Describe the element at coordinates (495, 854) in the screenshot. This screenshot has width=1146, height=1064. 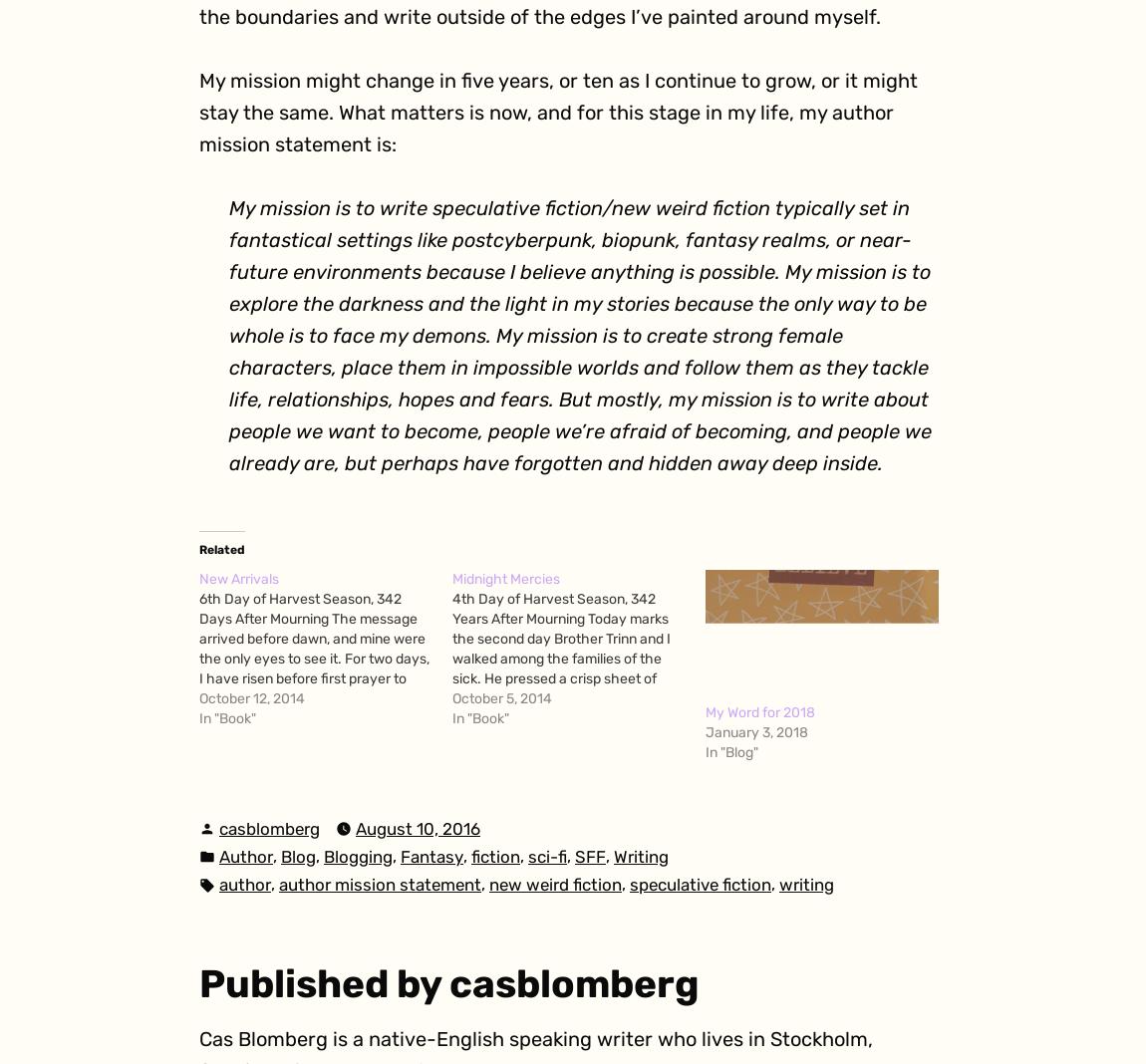
I see `'fiction'` at that location.